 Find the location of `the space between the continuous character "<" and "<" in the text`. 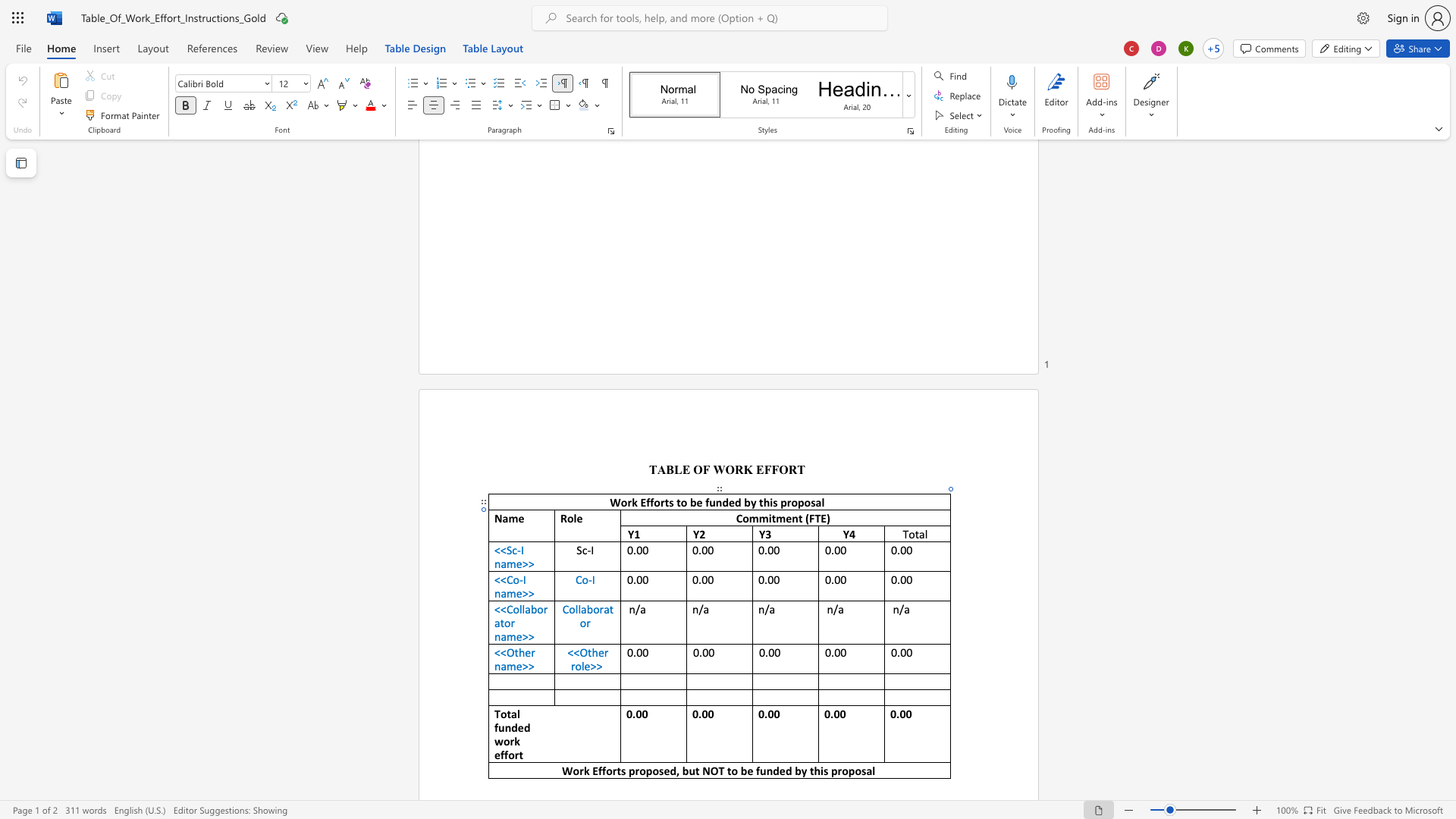

the space between the continuous character "<" and "<" in the text is located at coordinates (500, 579).